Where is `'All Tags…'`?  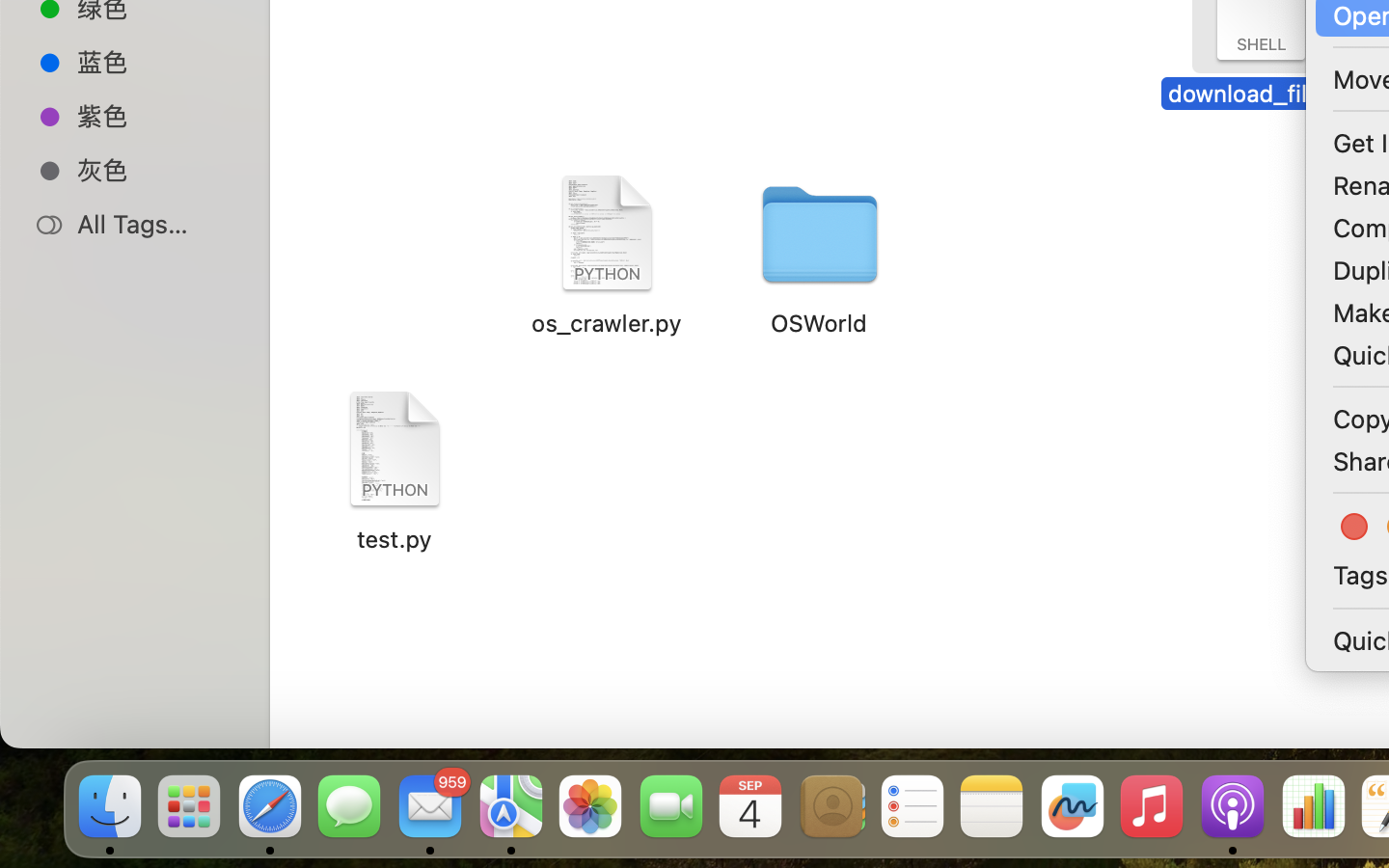 'All Tags…' is located at coordinates (153, 223).